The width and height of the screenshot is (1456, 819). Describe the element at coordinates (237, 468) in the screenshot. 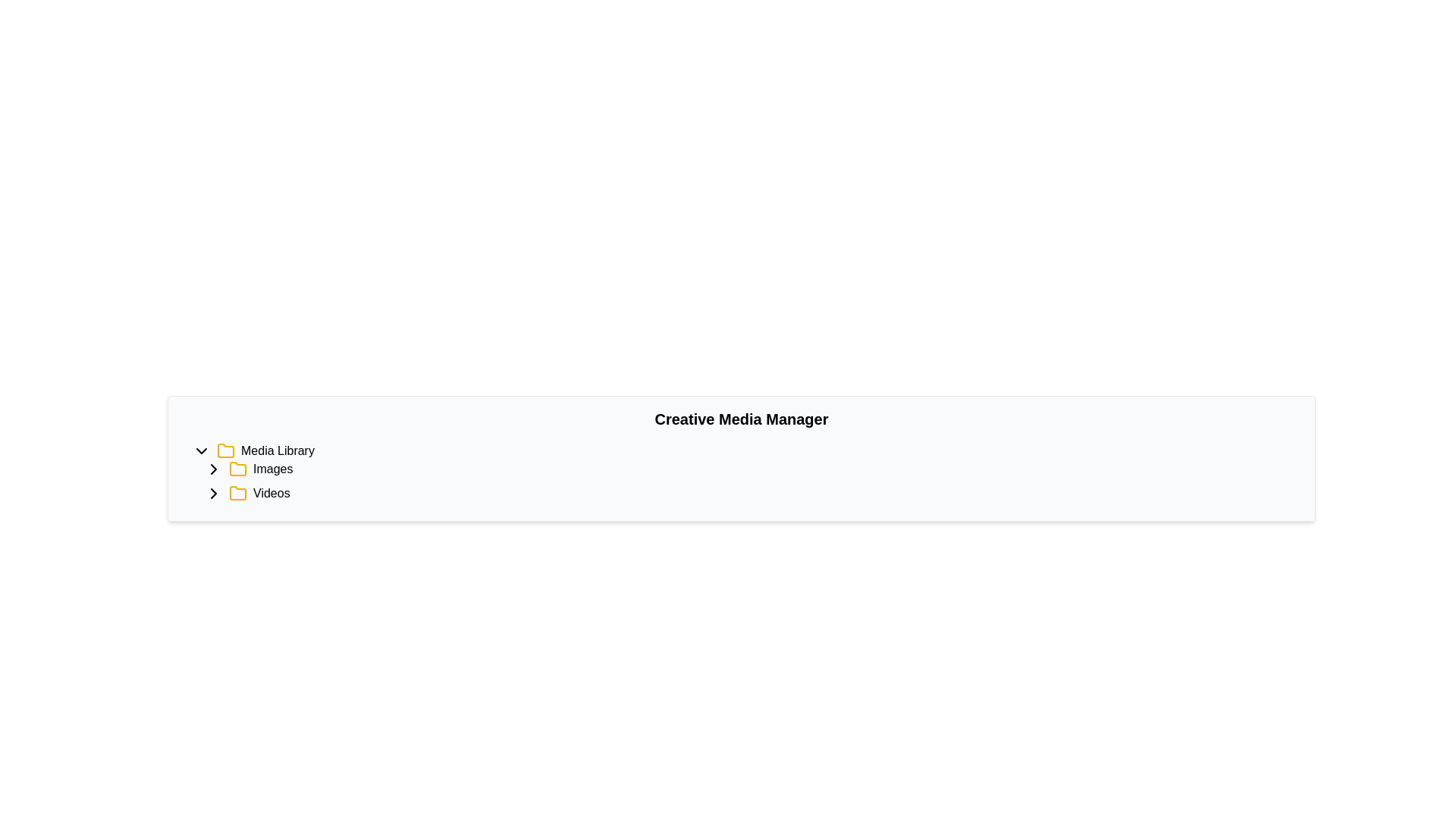

I see `the yellow folder icon outlined in black, which is located next to the label 'Images' in the media library hierarchy` at that location.